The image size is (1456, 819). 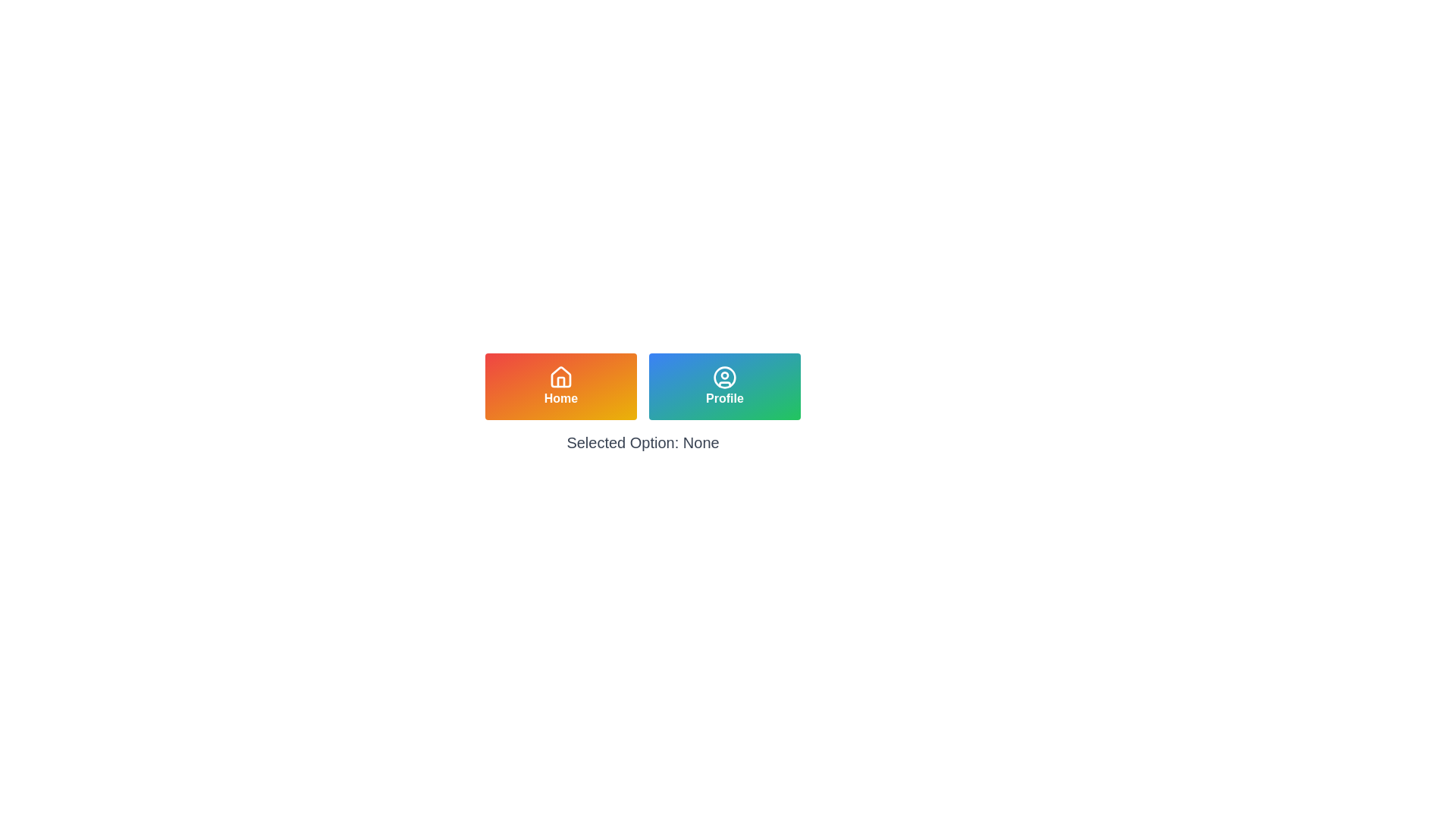 What do you see at coordinates (723, 376) in the screenshot?
I see `the visual effect of the larger circular outline in the 'Profile' button section of the SVG graphic` at bounding box center [723, 376].